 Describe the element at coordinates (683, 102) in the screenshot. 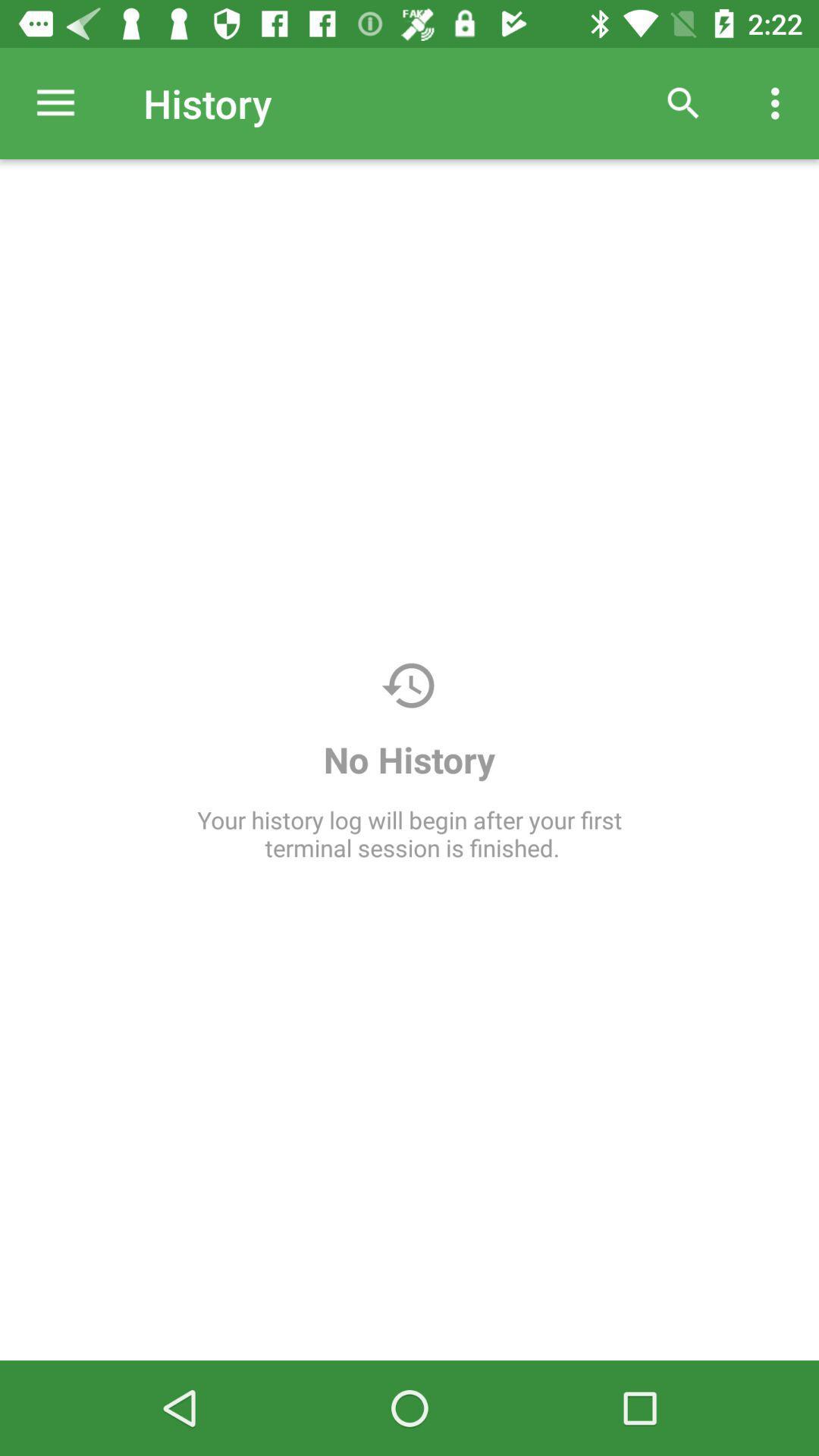

I see `item above your history log icon` at that location.